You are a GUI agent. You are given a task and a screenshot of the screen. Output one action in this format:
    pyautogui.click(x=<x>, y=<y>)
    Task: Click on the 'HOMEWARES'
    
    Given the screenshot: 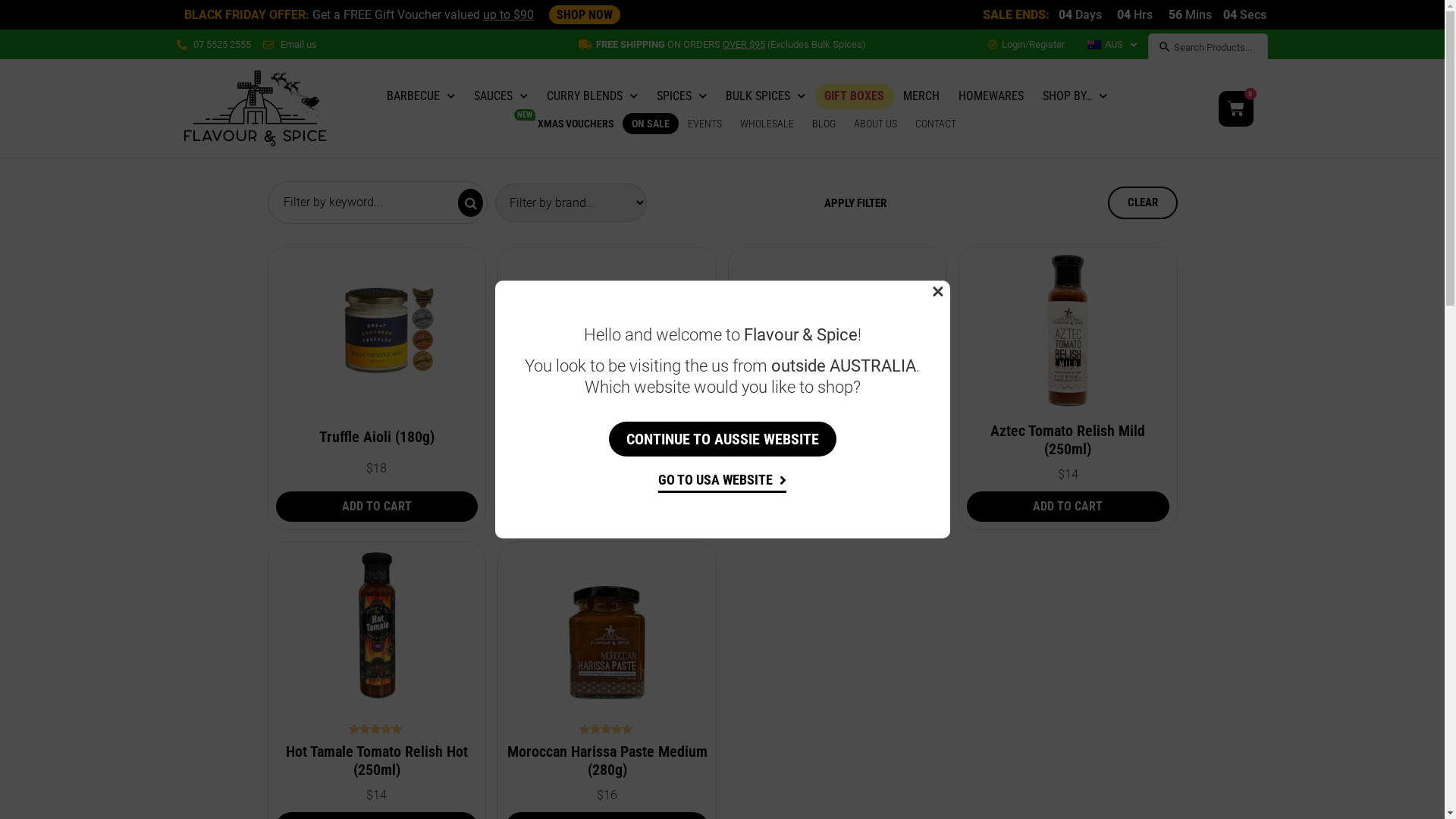 What is the action you would take?
    pyautogui.click(x=990, y=96)
    